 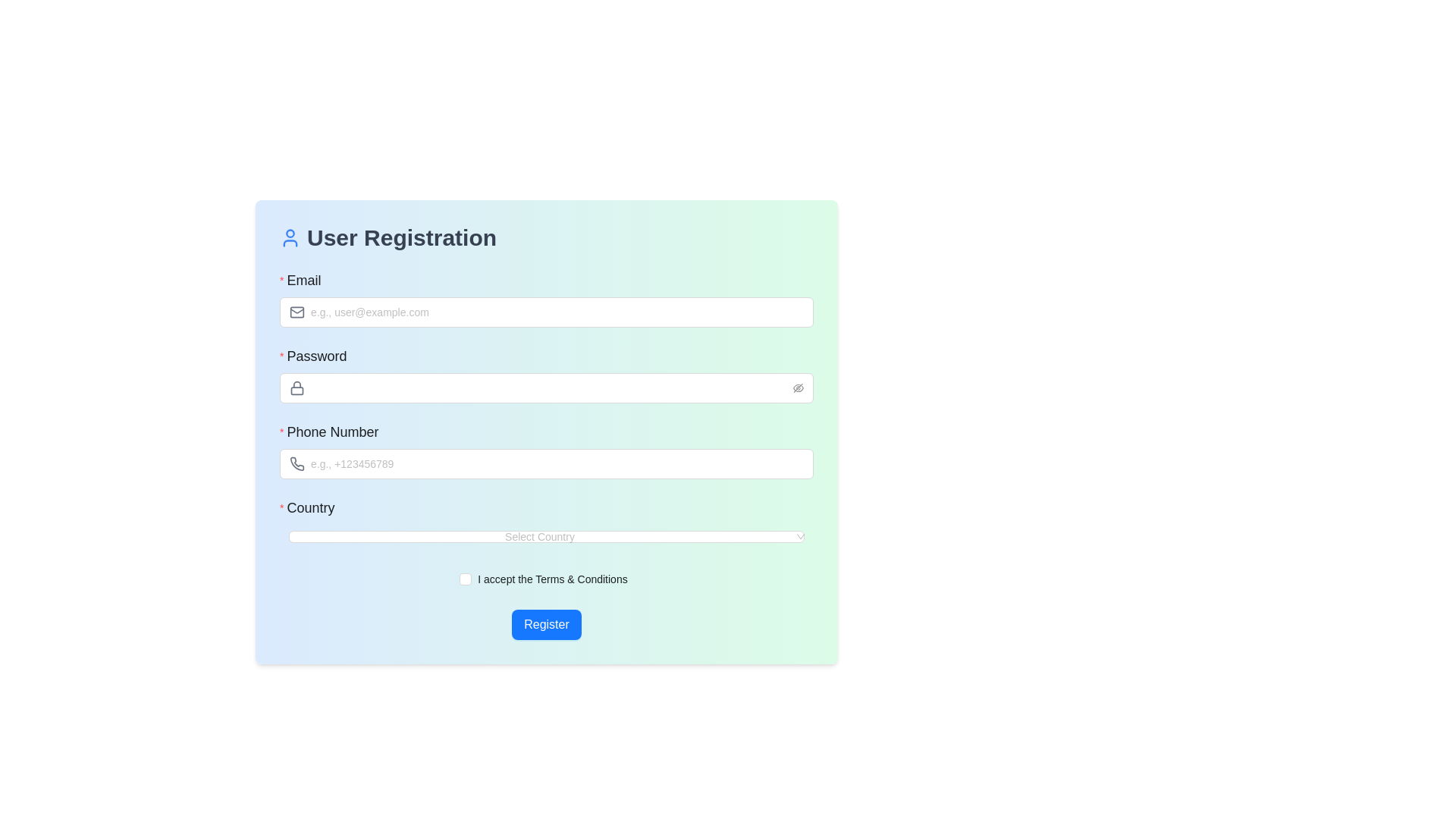 I want to click on the label indicating the purpose of the associated email input field located in the upper left portion of the registration form, so click(x=305, y=281).